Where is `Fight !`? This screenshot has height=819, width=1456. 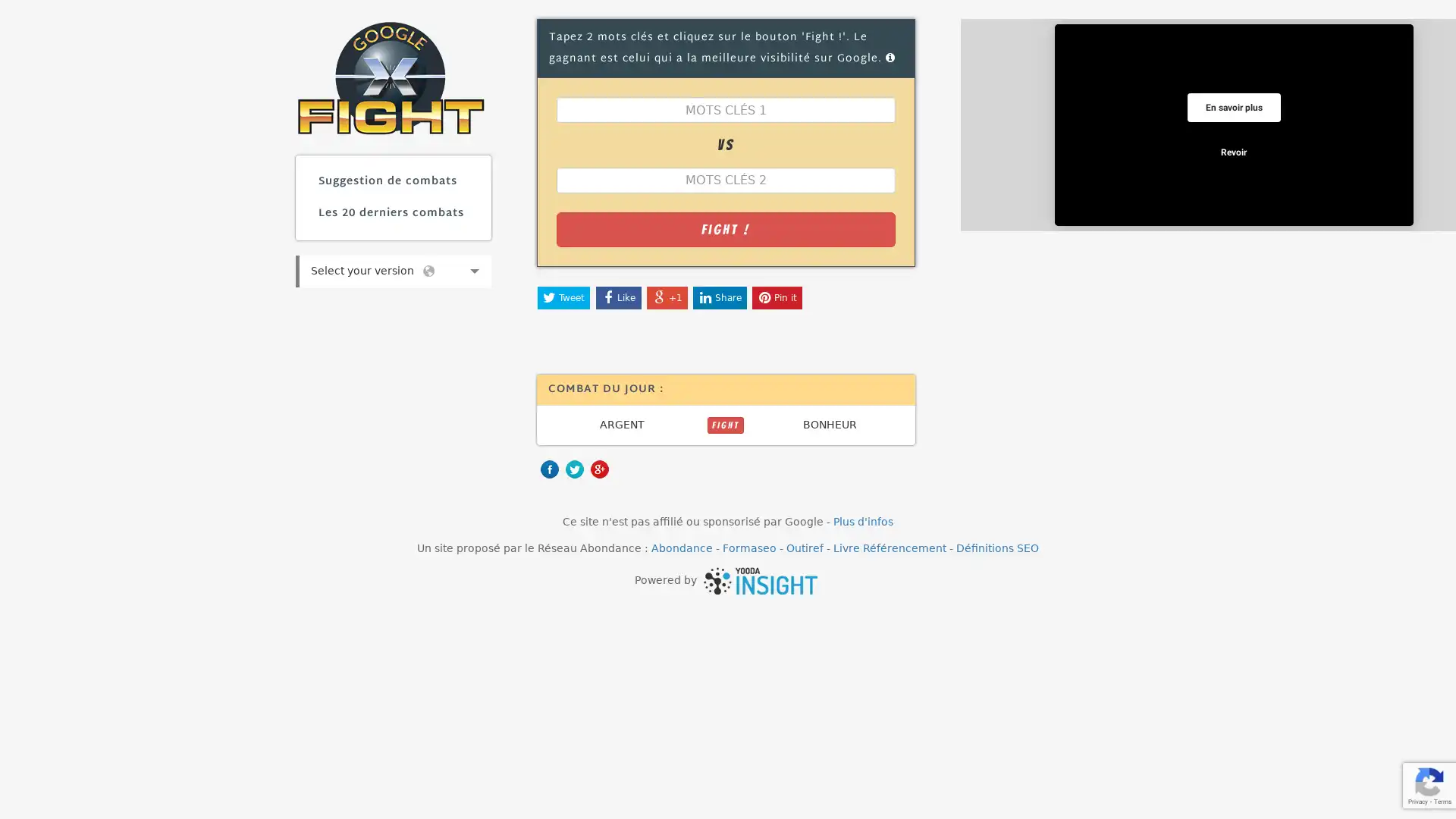 Fight ! is located at coordinates (724, 228).